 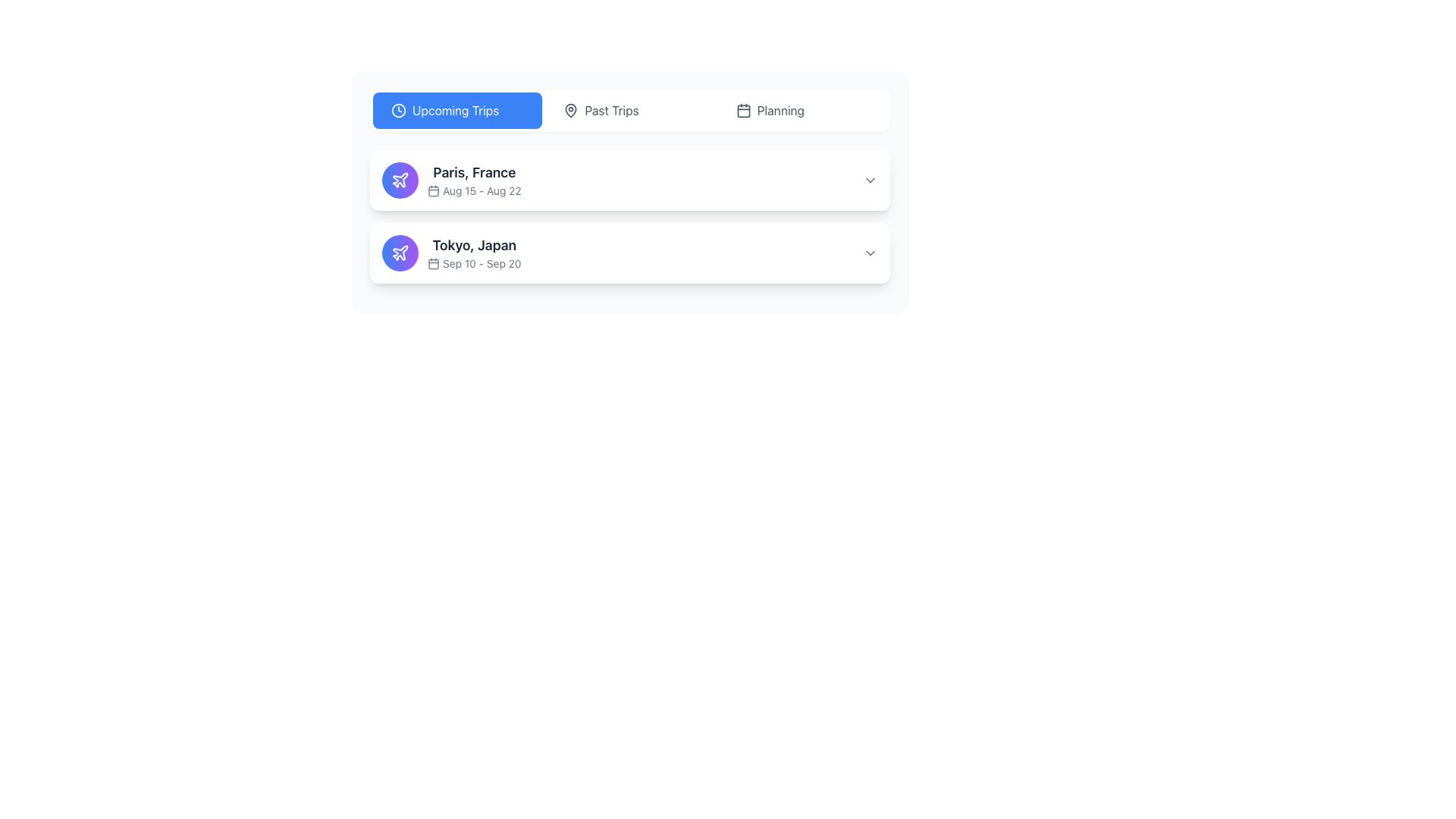 What do you see at coordinates (629, 253) in the screenshot?
I see `the second List card item in the list of trips or events` at bounding box center [629, 253].